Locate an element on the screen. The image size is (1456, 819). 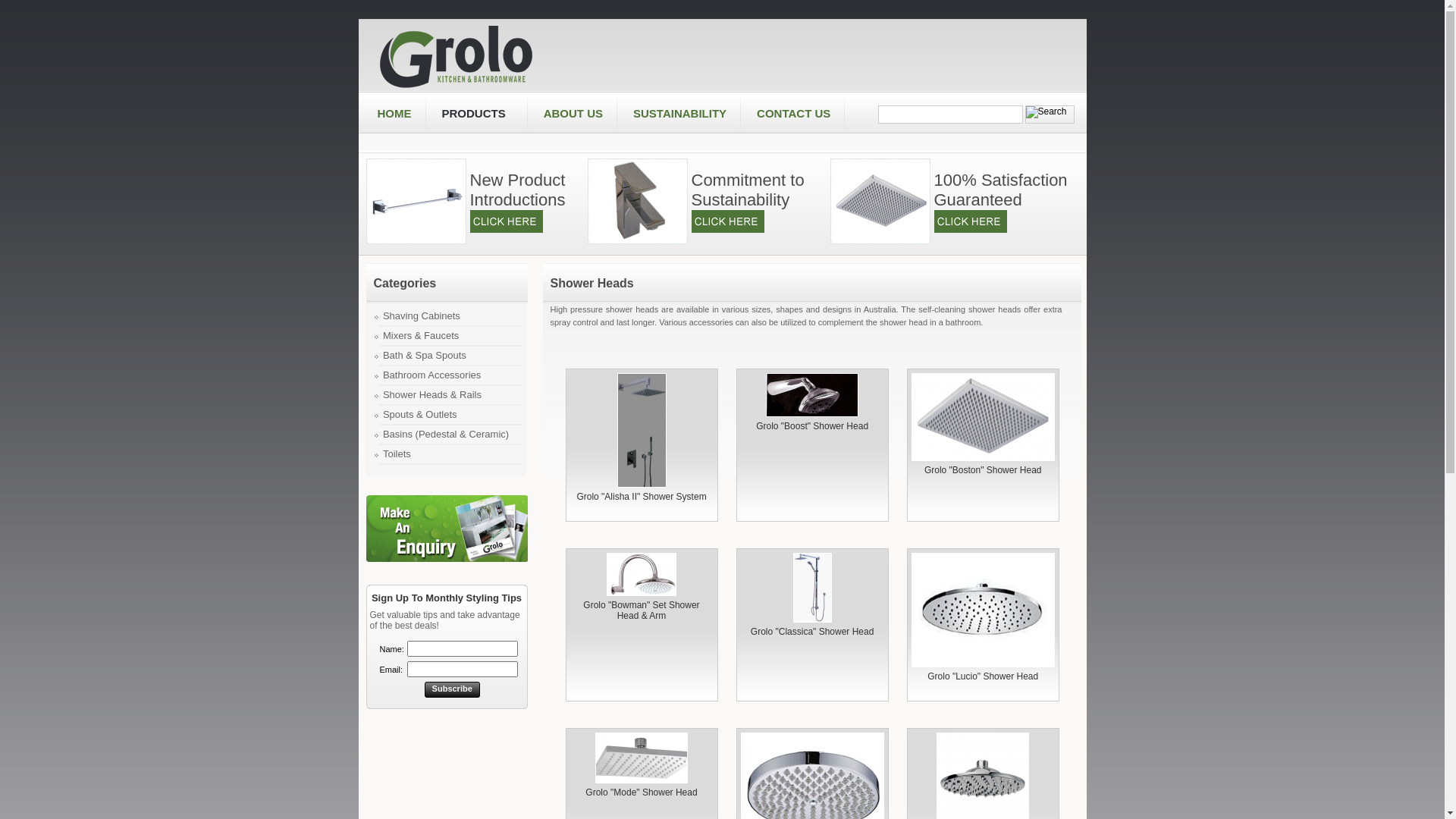
'SUSTAINABILITY' is located at coordinates (618, 113).